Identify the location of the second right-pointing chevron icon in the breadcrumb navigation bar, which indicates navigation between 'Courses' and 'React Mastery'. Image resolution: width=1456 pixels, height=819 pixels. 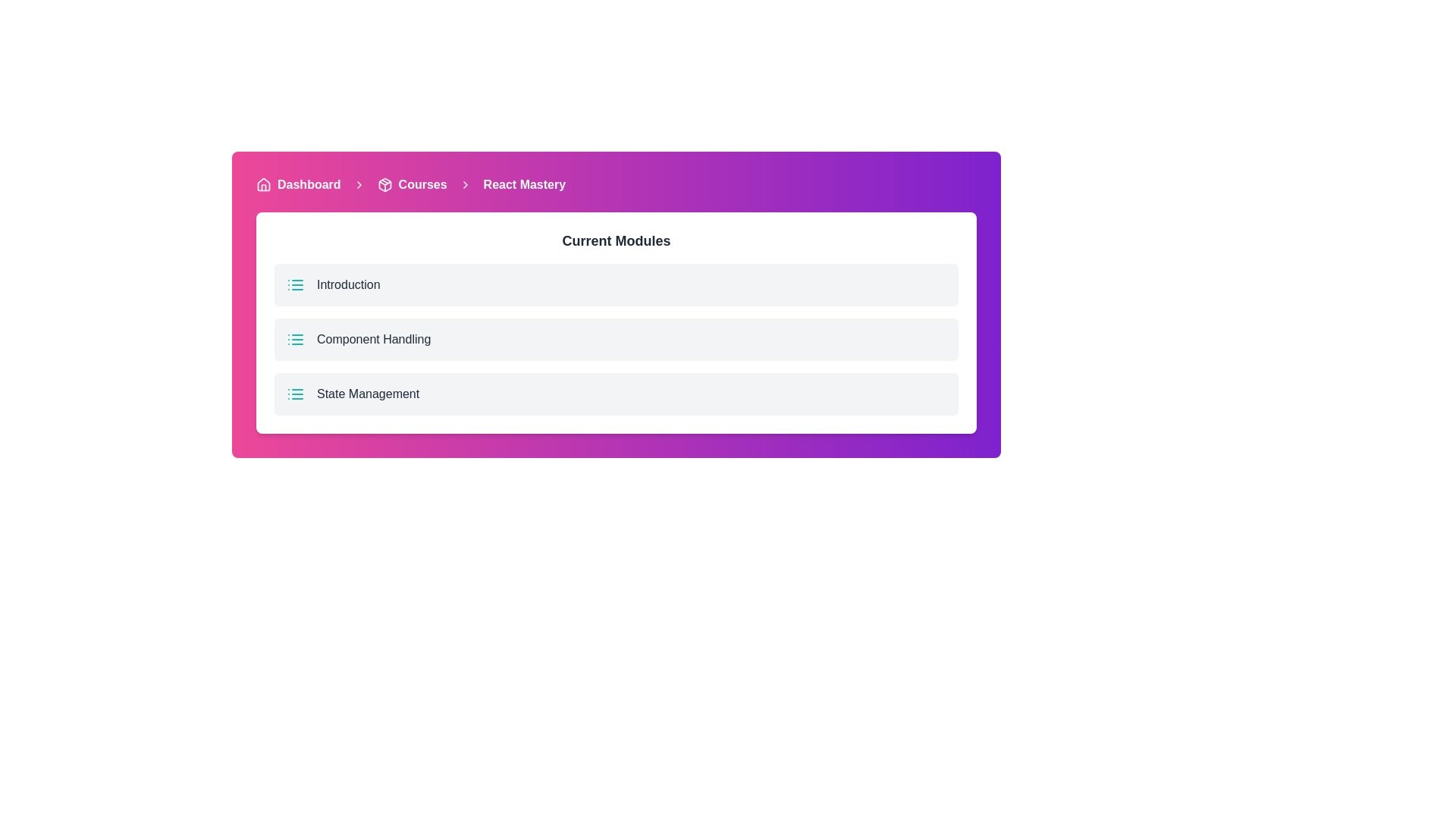
(464, 184).